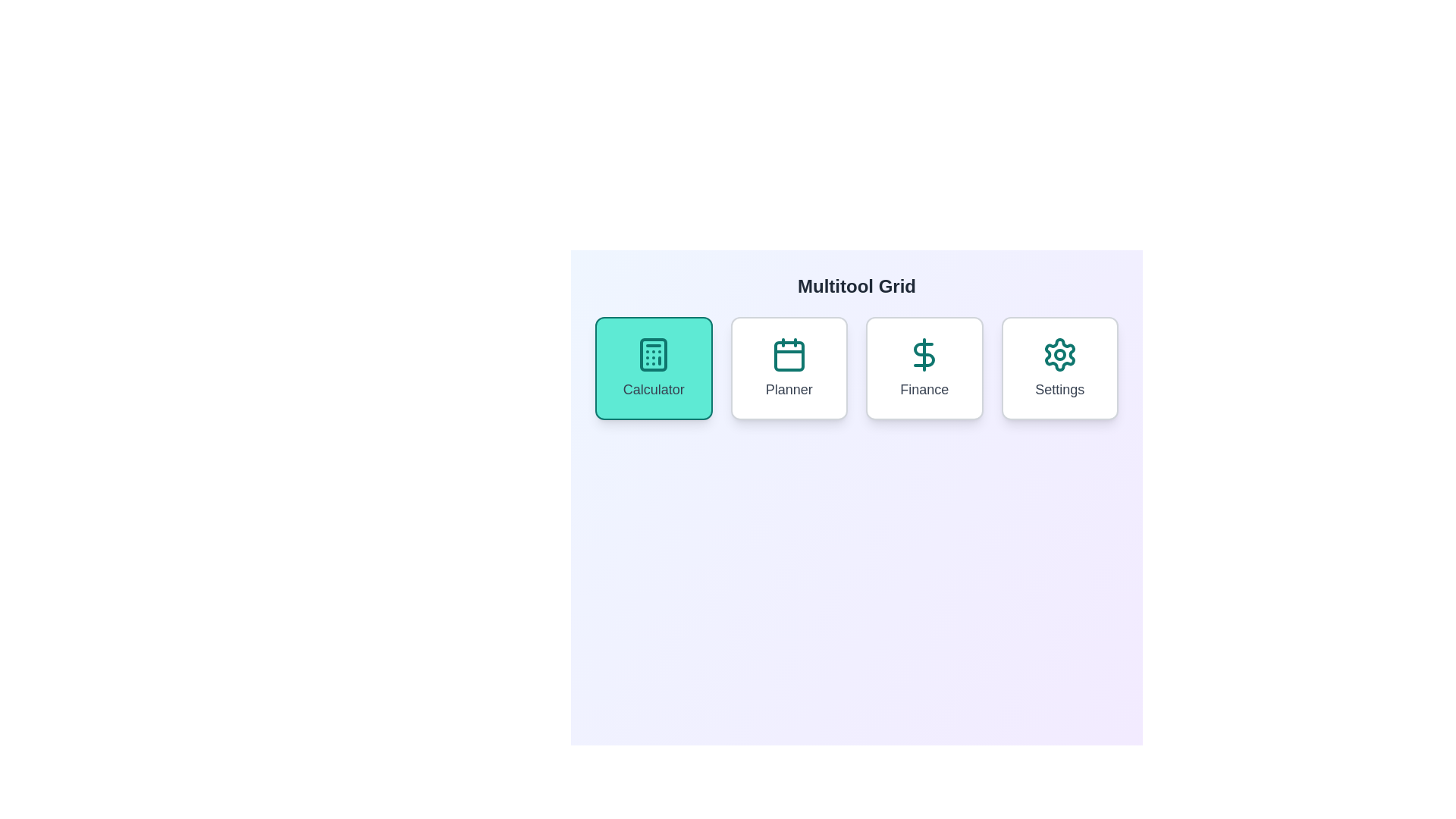 The width and height of the screenshot is (1456, 819). Describe the element at coordinates (924, 354) in the screenshot. I see `the decorative Finance icon located in the third cell of the grid, positioned above the label 'Finance'` at that location.